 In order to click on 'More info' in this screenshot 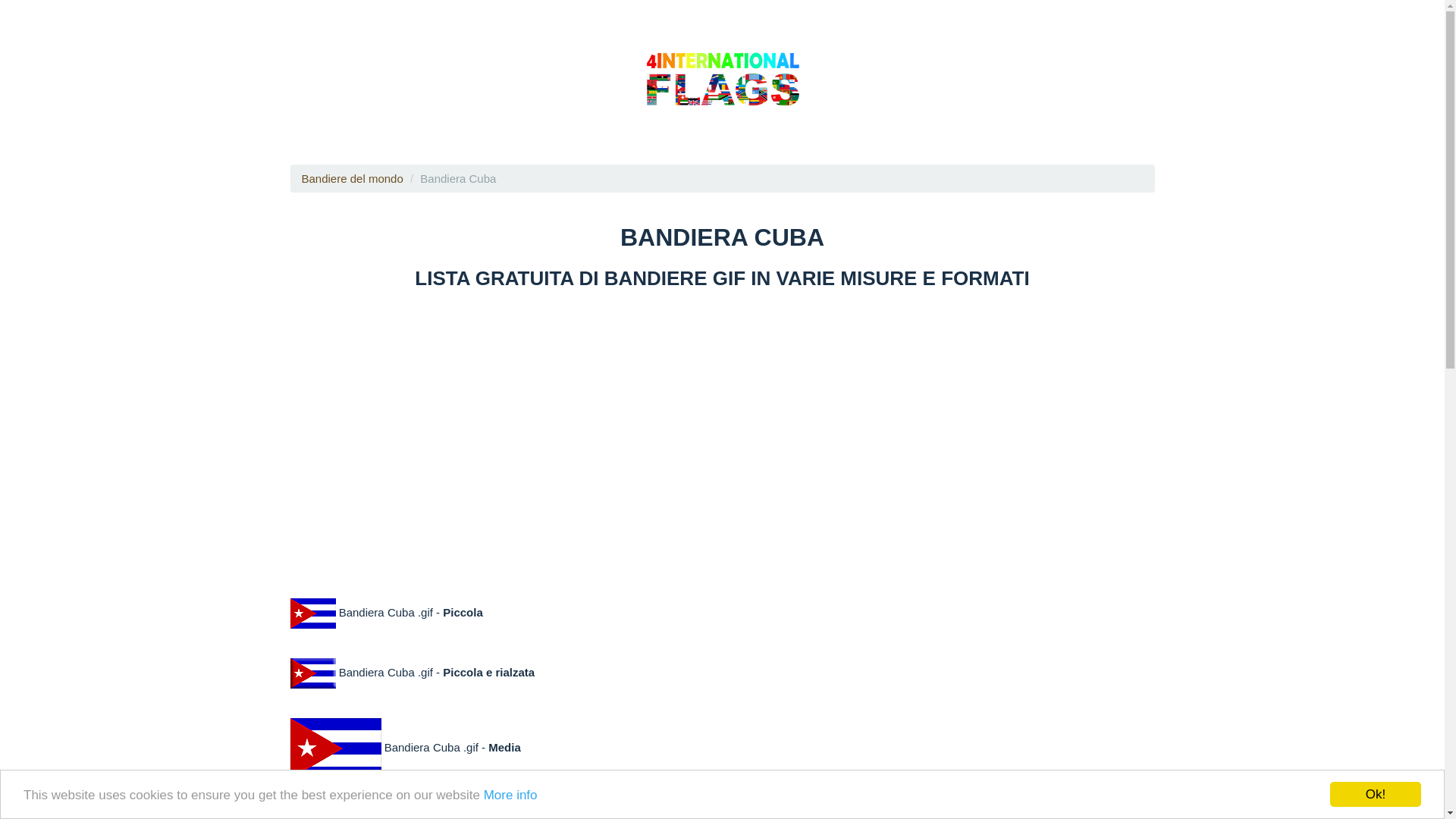, I will do `click(483, 793)`.